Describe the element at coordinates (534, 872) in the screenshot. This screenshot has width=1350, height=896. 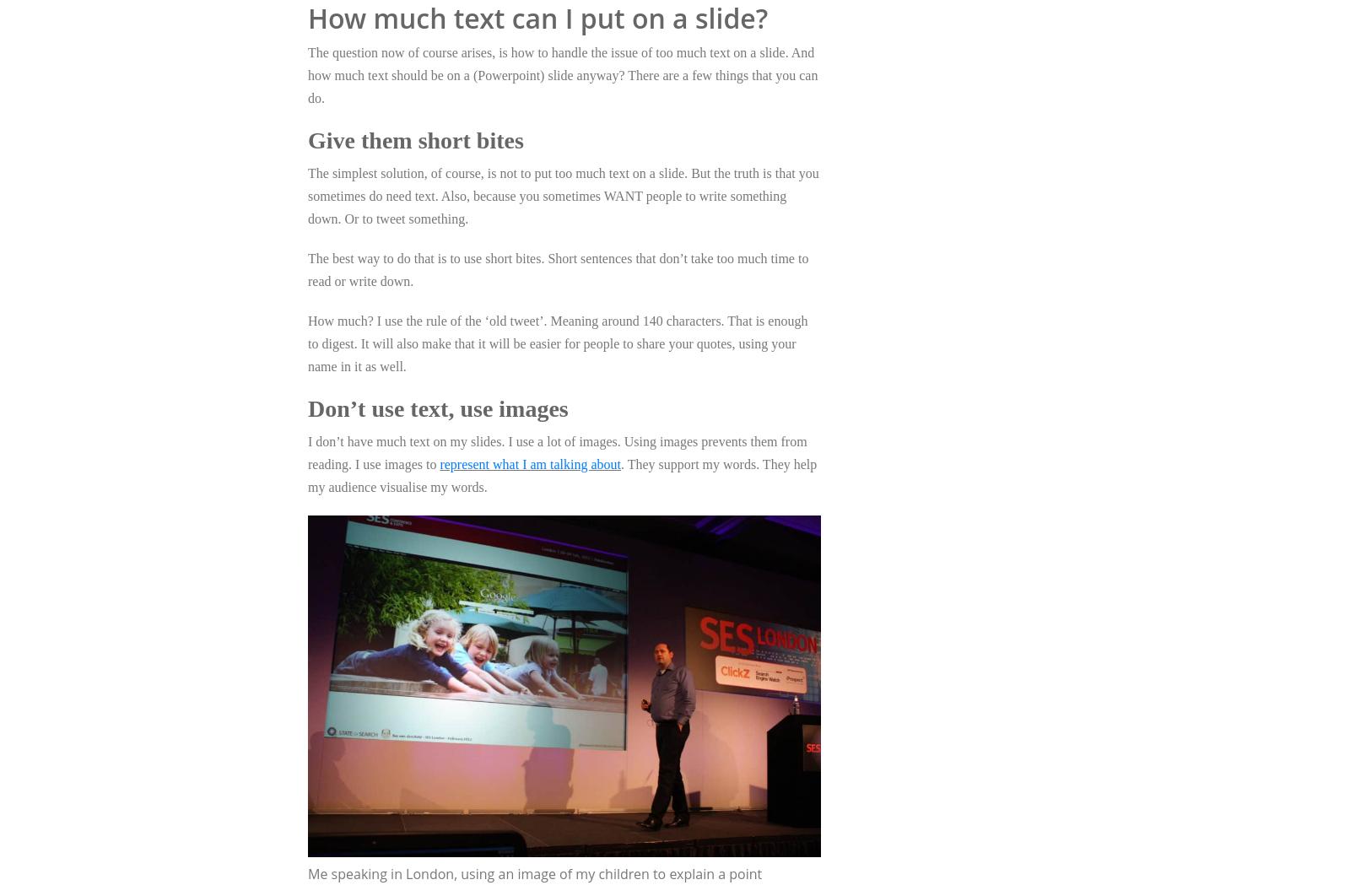
I see `'Me speaking in London, using an image of my children to explain a point'` at that location.